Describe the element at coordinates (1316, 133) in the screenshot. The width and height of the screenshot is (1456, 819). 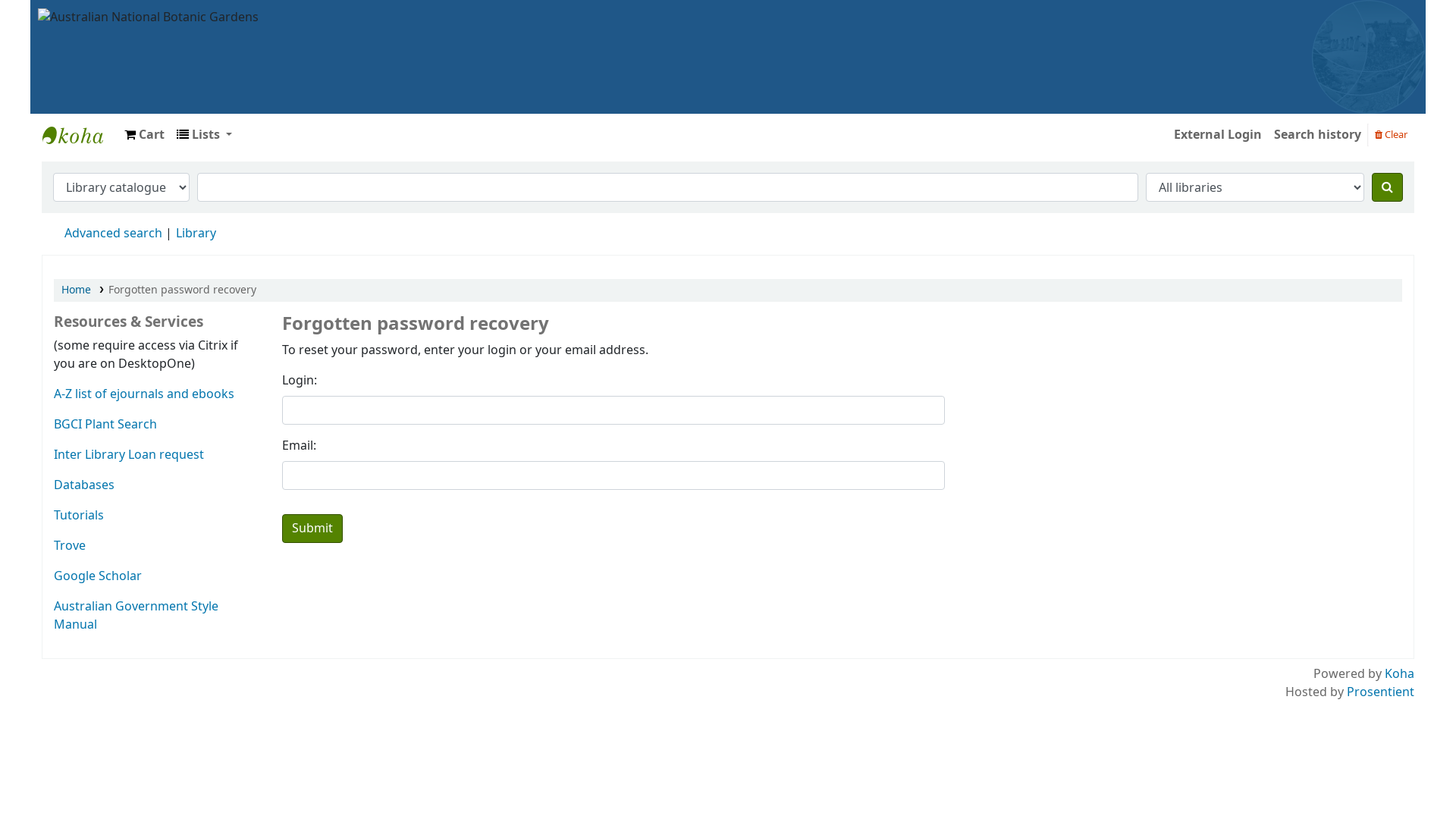
I see `'Search history'` at that location.